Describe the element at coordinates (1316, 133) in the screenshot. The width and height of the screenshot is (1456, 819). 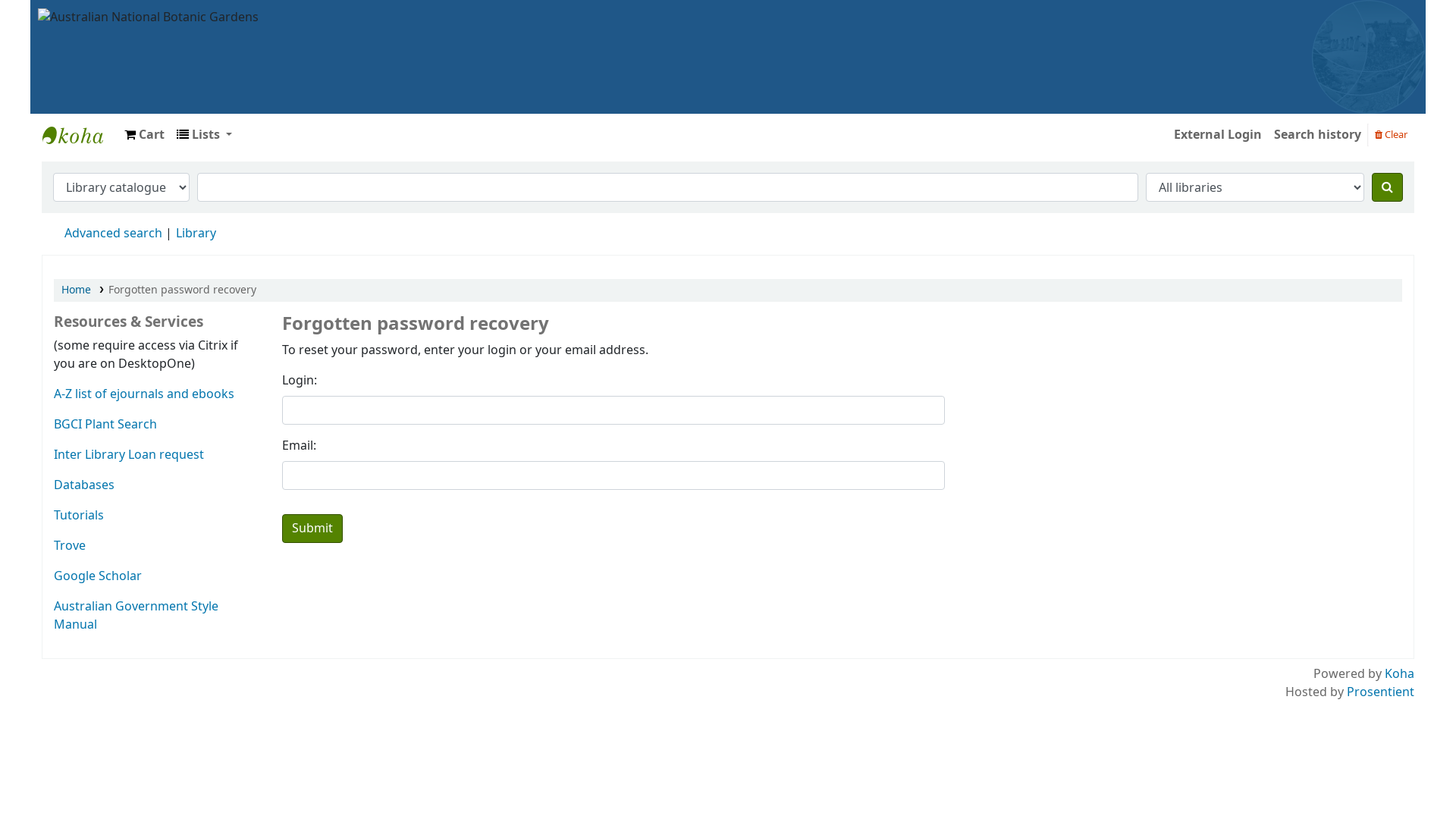
I see `'Search history'` at that location.